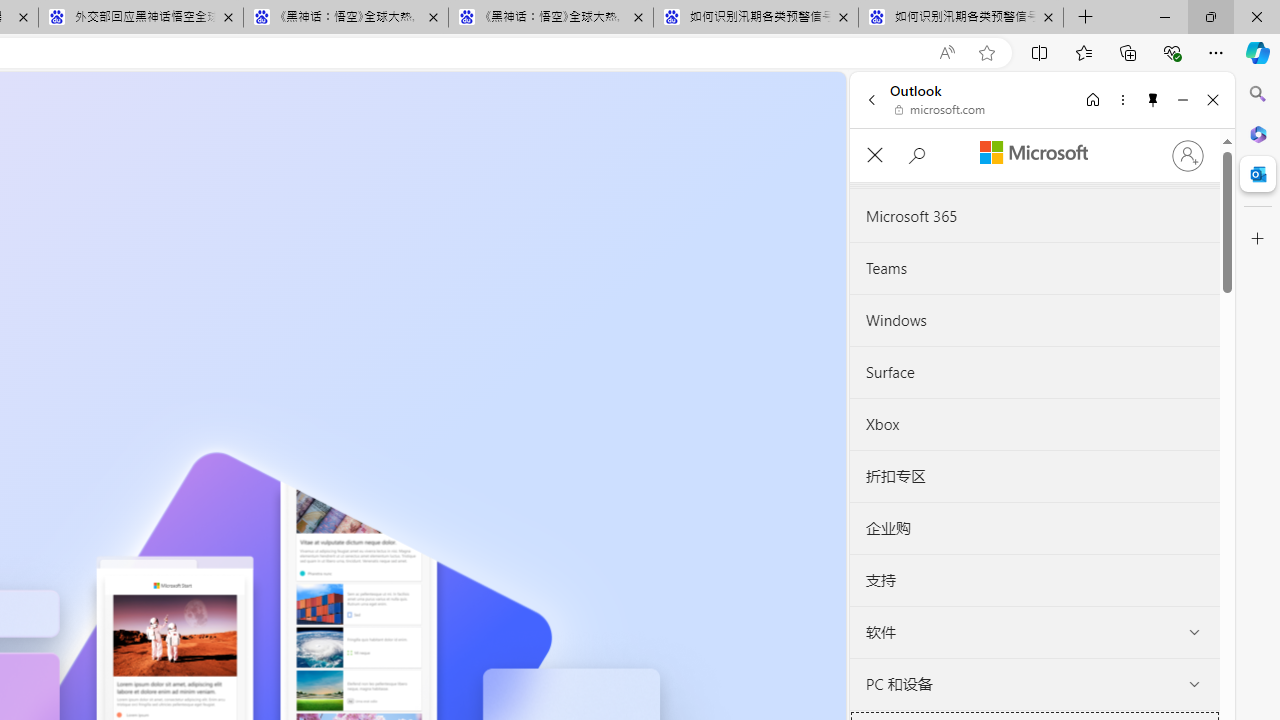 This screenshot has height=720, width=1280. I want to click on 'Microsoft', so click(1033, 152).